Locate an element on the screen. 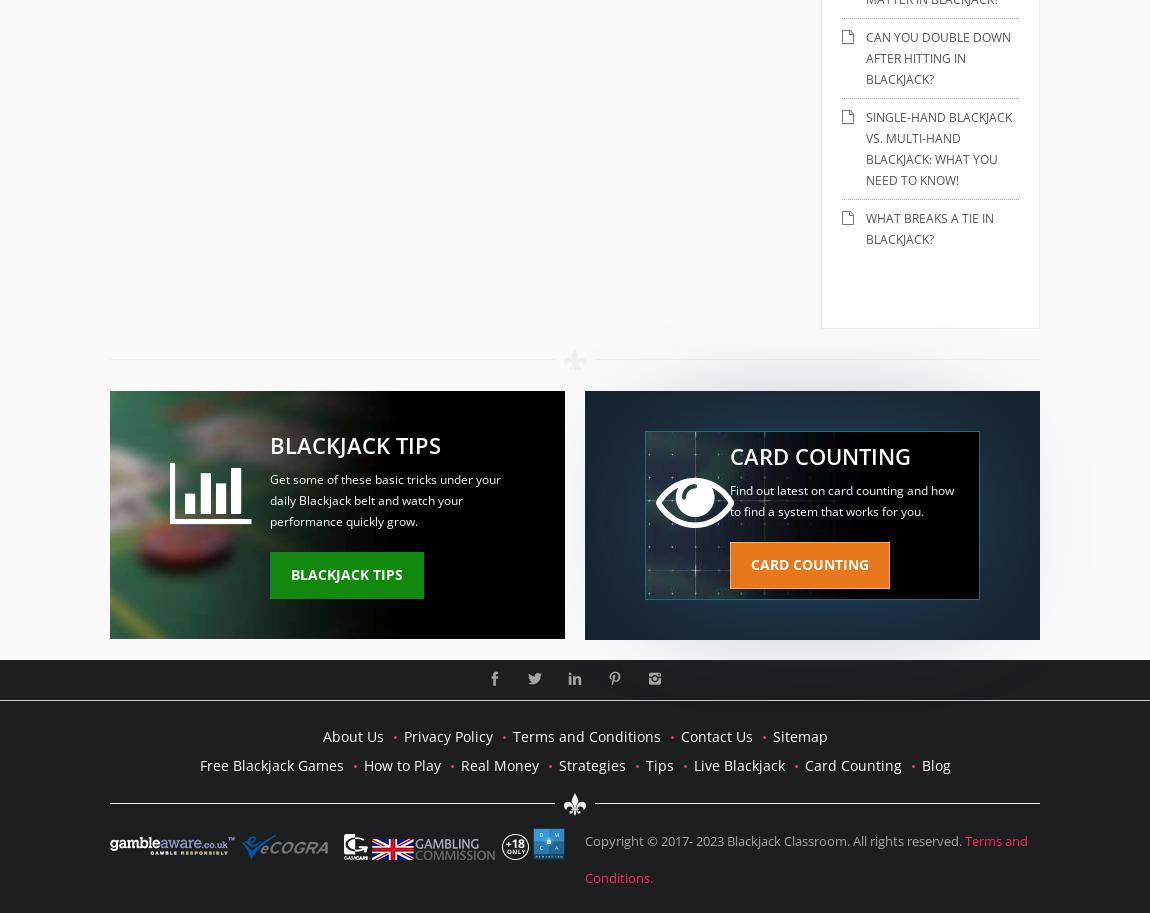 The height and width of the screenshot is (913, 1150). 'Strategies' is located at coordinates (590, 764).